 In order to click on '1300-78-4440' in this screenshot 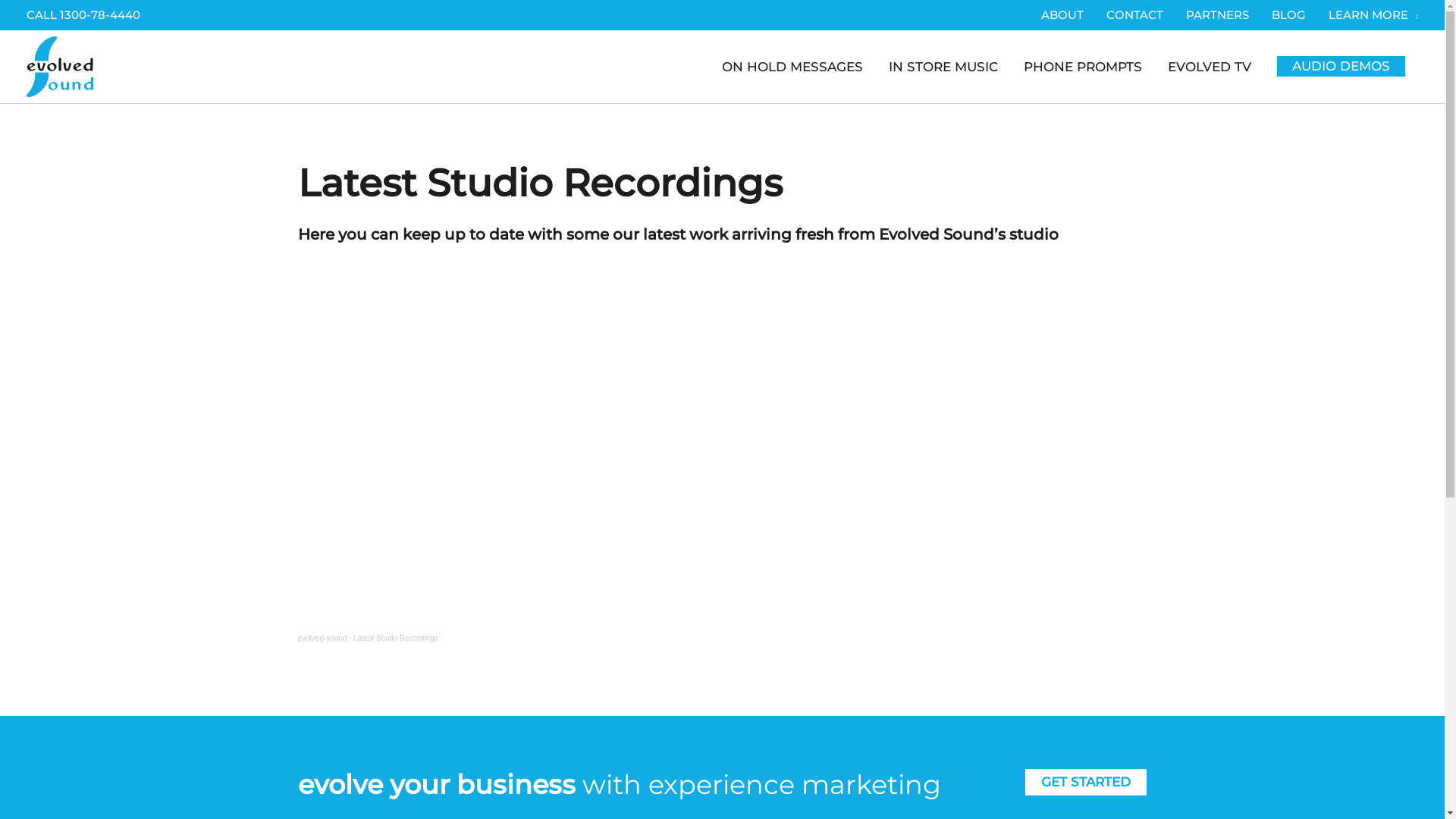, I will do `click(99, 14)`.